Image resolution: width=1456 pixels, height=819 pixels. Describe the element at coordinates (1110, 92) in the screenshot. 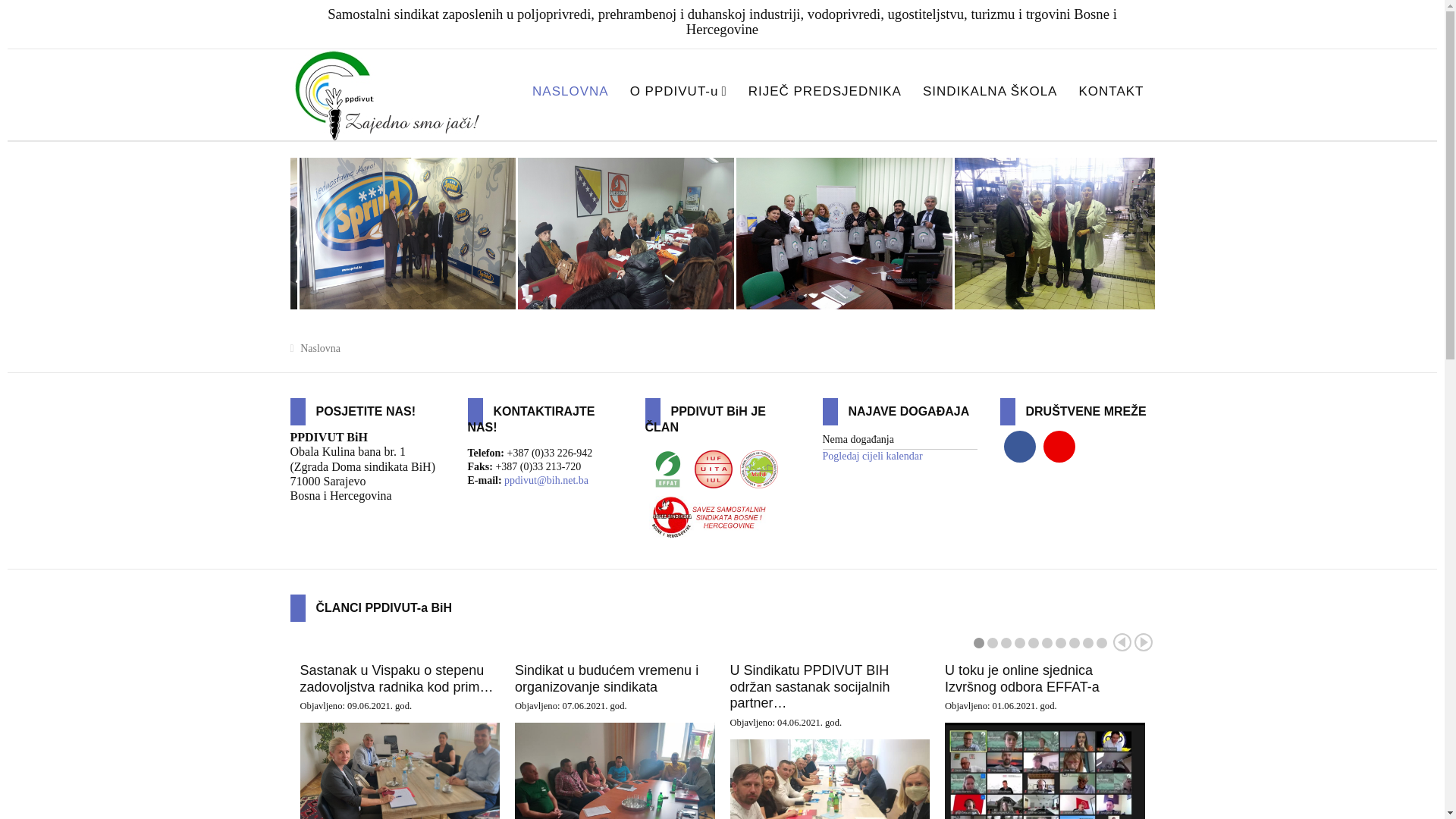

I see `'KONTAKT'` at that location.